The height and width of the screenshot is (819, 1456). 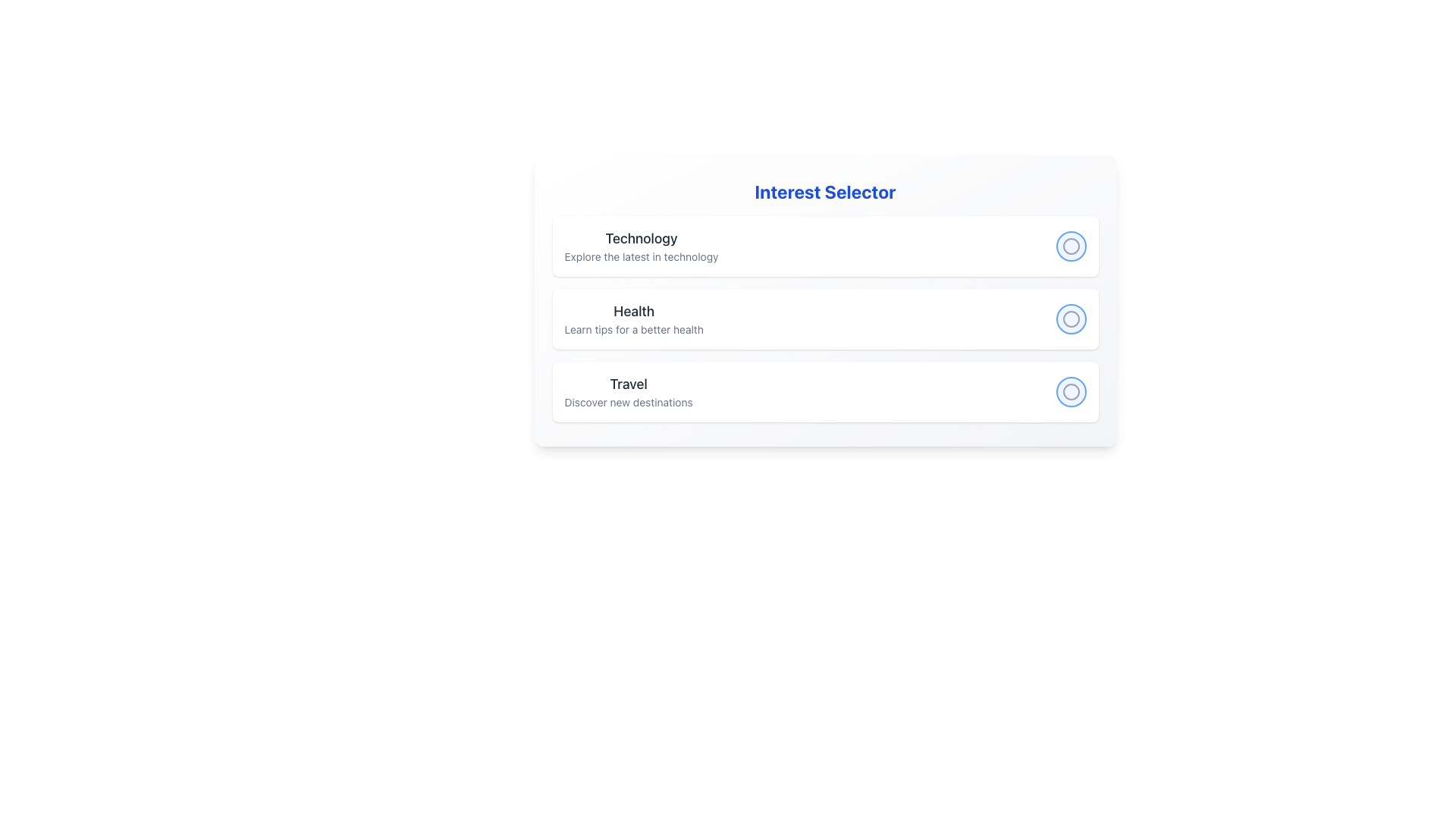 What do you see at coordinates (824, 301) in the screenshot?
I see `the 'Health' Selection card in the Interest Selector, which is the second card in a vertical list of three options` at bounding box center [824, 301].